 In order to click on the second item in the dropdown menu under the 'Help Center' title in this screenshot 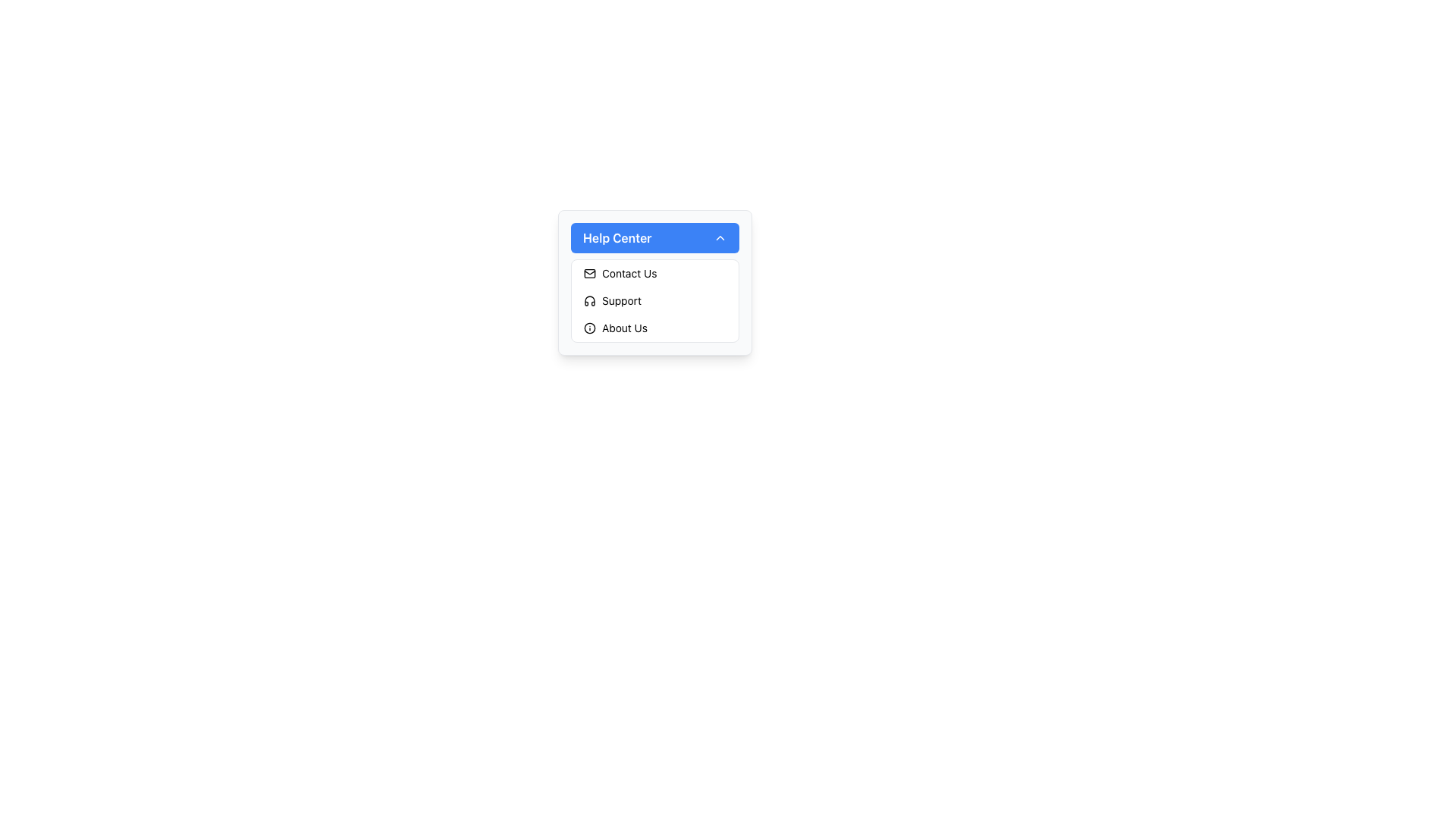, I will do `click(655, 301)`.